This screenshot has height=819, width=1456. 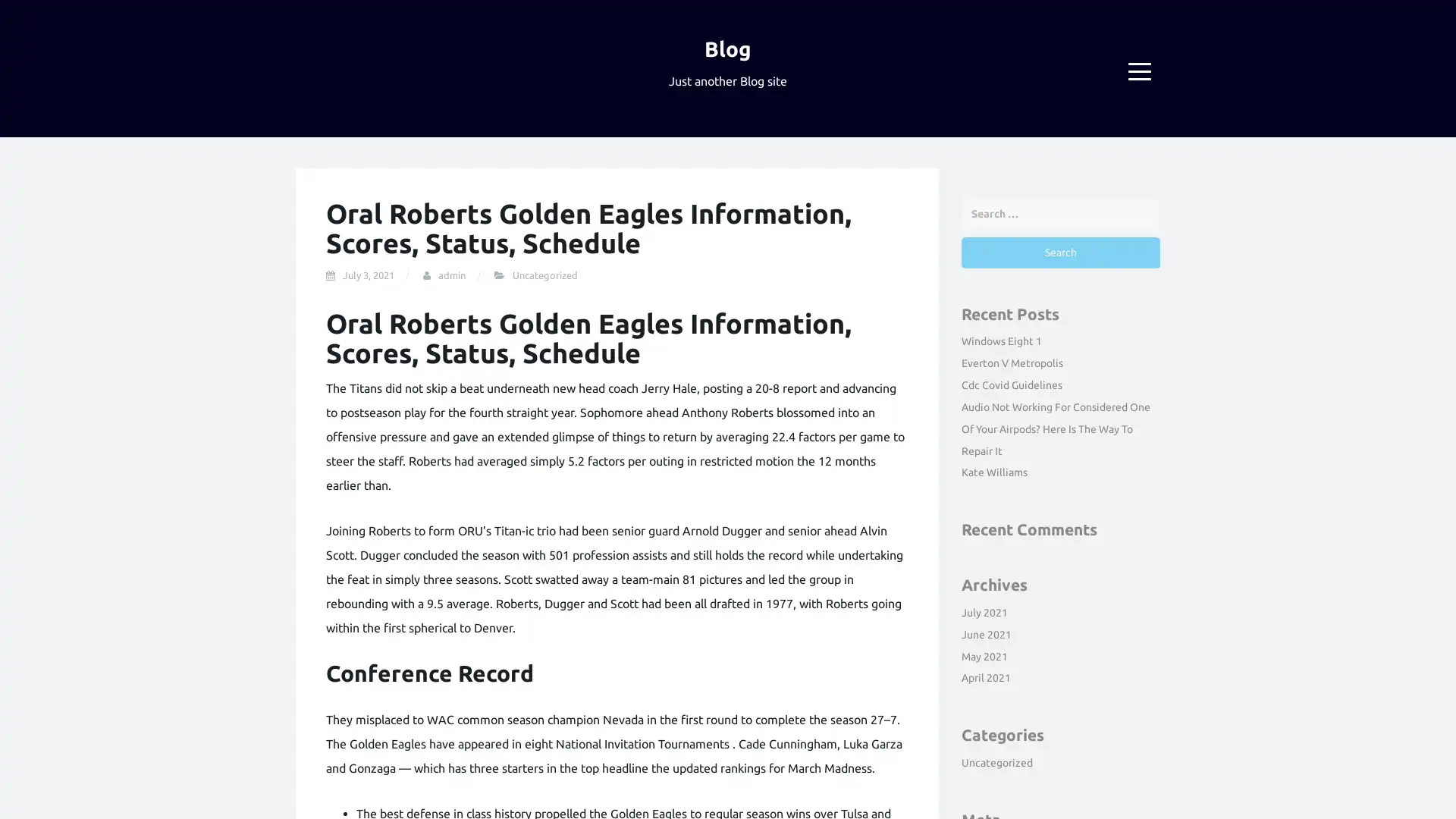 What do you see at coordinates (1059, 251) in the screenshot?
I see `Search` at bounding box center [1059, 251].